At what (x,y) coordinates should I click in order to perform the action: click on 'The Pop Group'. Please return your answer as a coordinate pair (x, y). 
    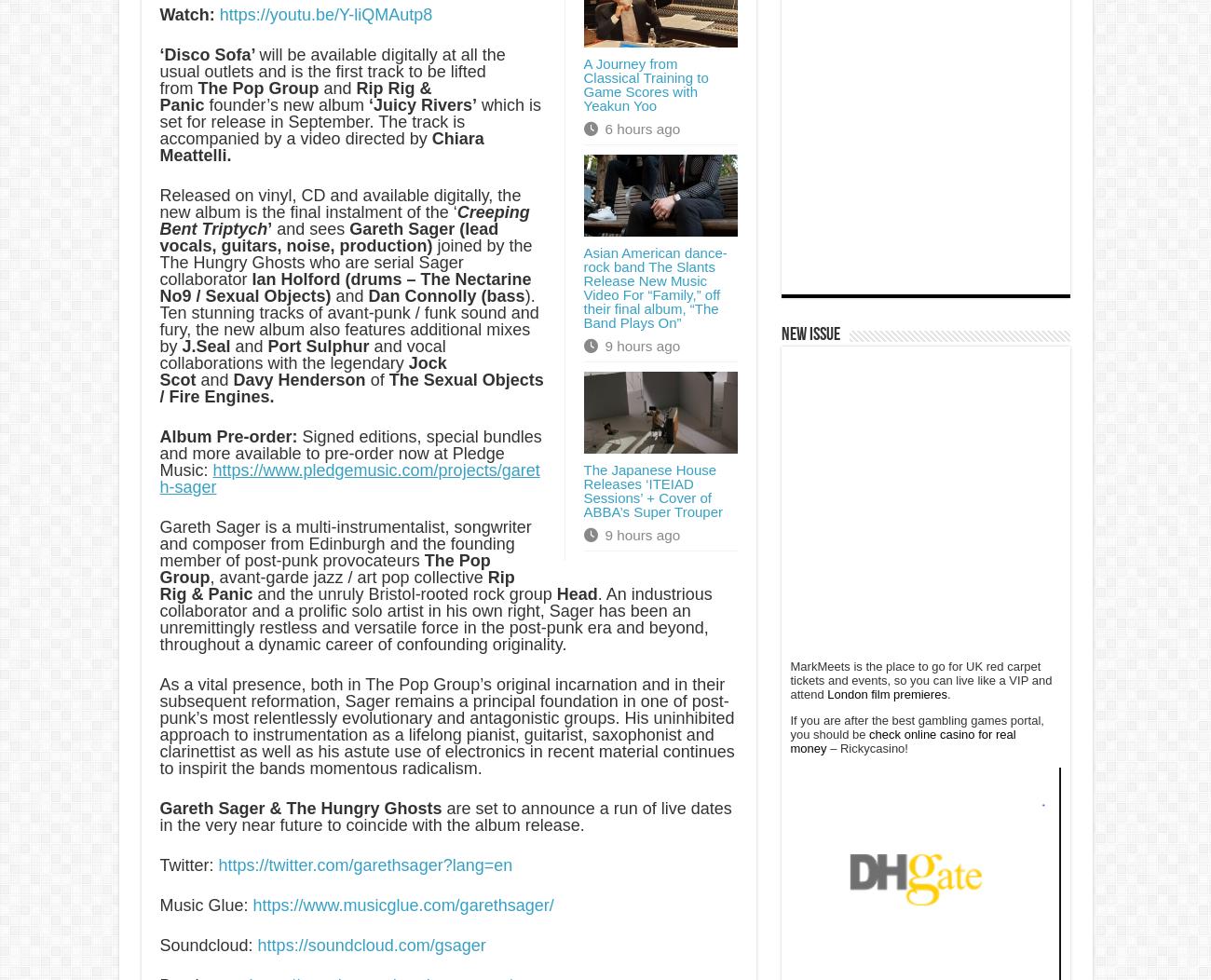
    Looking at the image, I should click on (323, 568).